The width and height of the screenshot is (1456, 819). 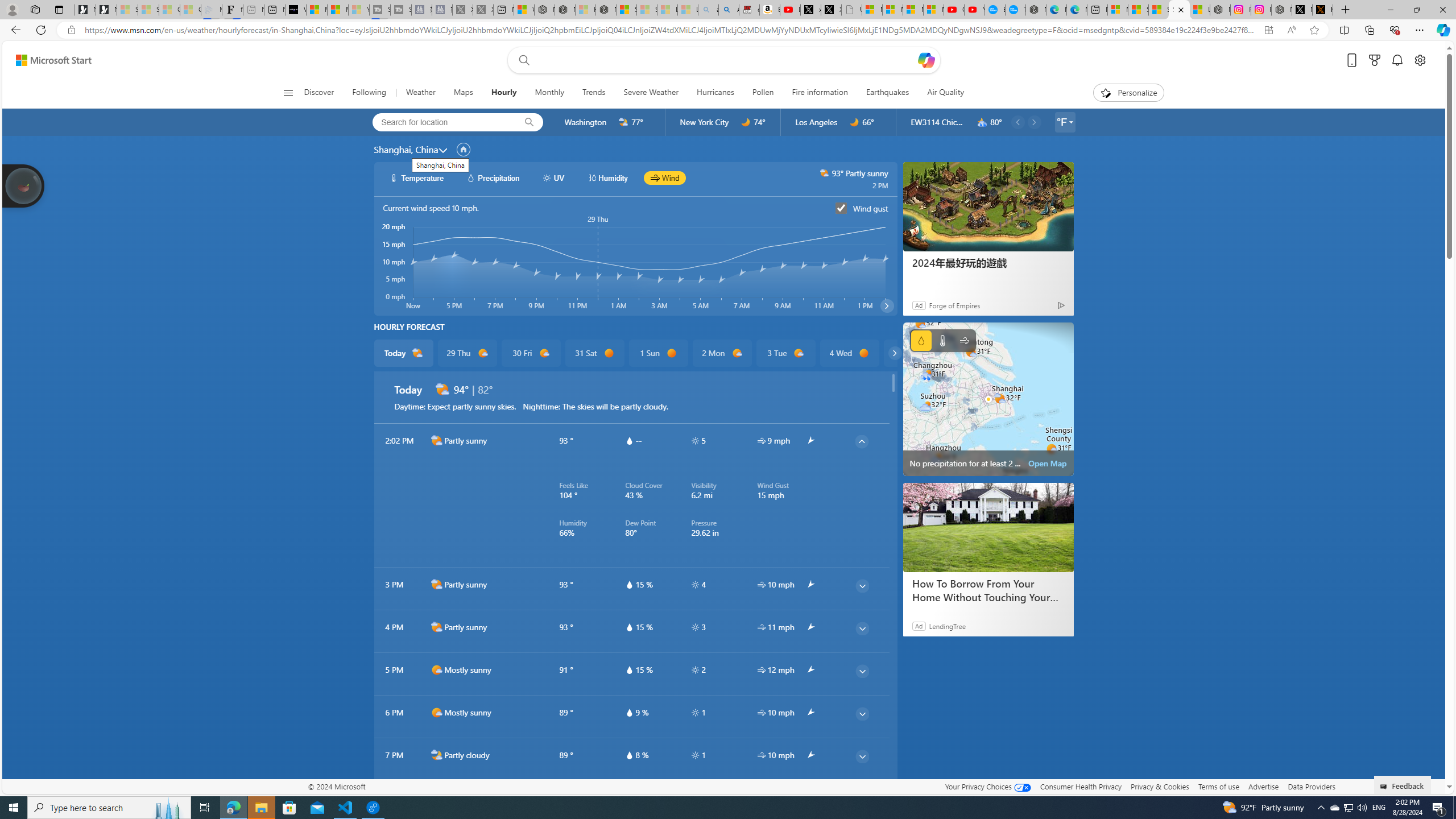 What do you see at coordinates (1301, 9) in the screenshot?
I see `'Nordace (@NordaceOfficial) / X'` at bounding box center [1301, 9].